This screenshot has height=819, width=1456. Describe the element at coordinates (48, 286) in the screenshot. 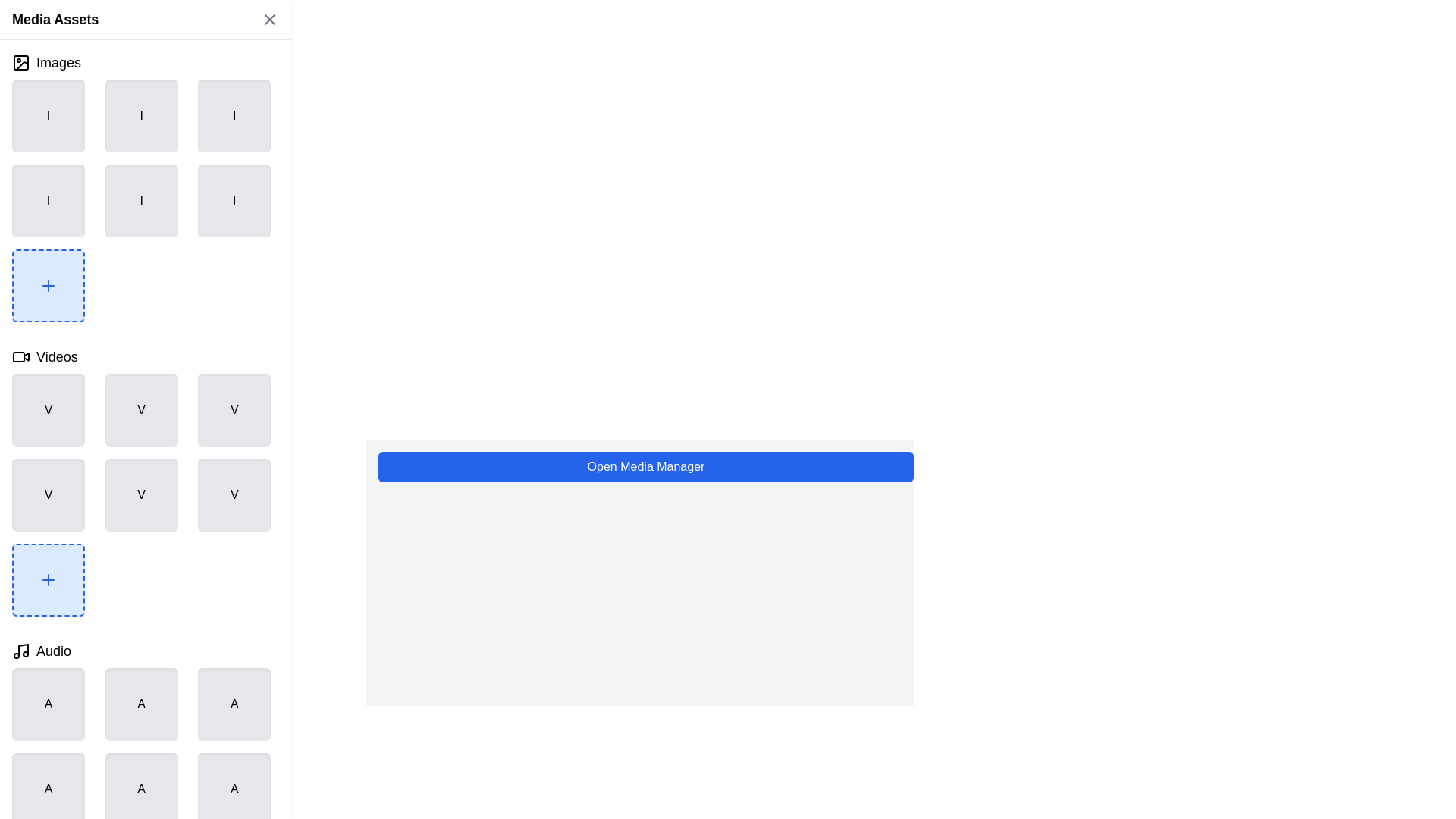

I see `the Icon button located inside the light blue square box in the 'Images' section of the 'Media Assets' panel` at that location.